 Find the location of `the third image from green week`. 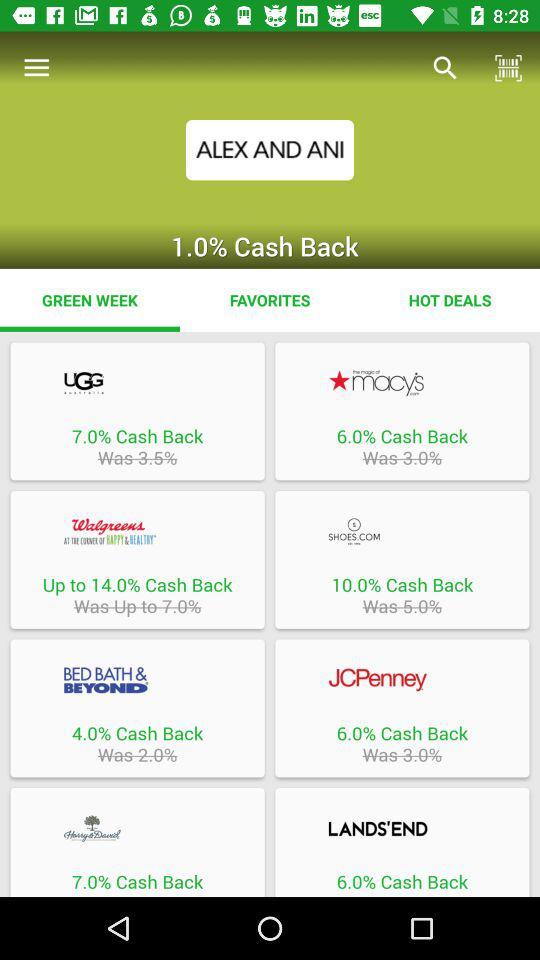

the third image from green week is located at coordinates (137, 559).